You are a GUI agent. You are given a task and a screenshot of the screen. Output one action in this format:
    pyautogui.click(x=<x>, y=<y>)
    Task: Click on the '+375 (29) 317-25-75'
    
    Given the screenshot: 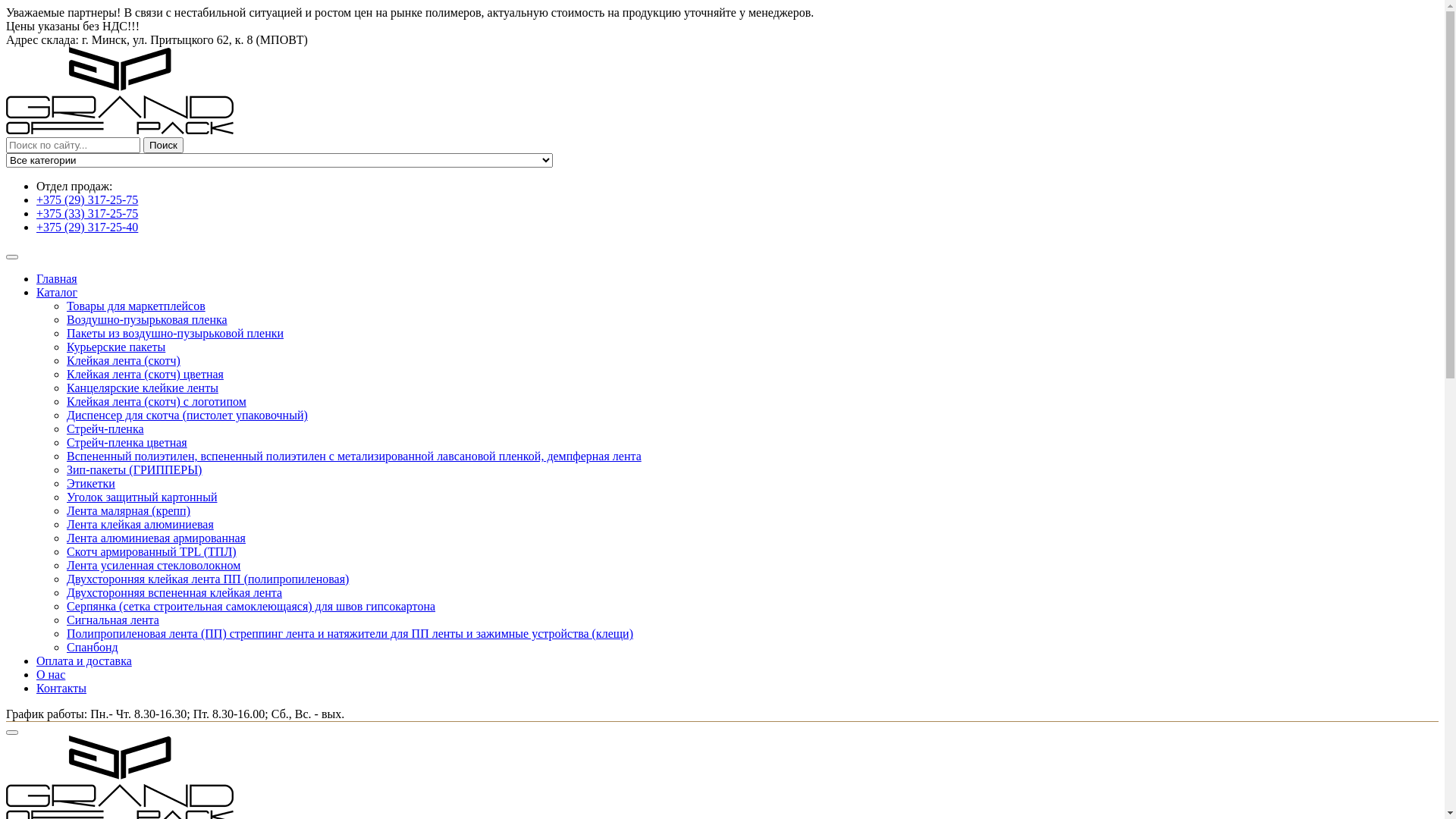 What is the action you would take?
    pyautogui.click(x=36, y=199)
    